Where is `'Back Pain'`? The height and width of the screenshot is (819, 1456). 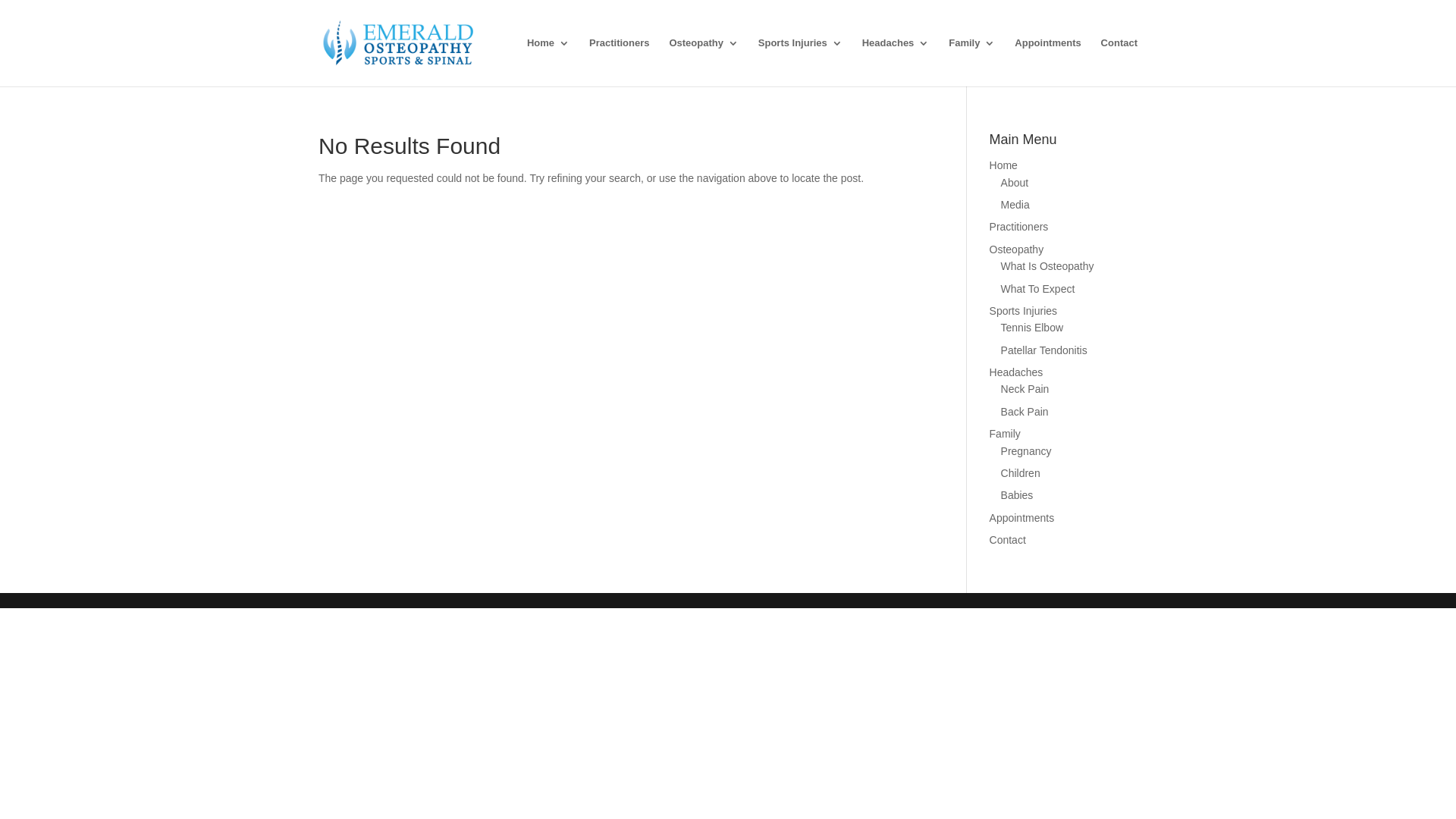
'Back Pain' is located at coordinates (1025, 412).